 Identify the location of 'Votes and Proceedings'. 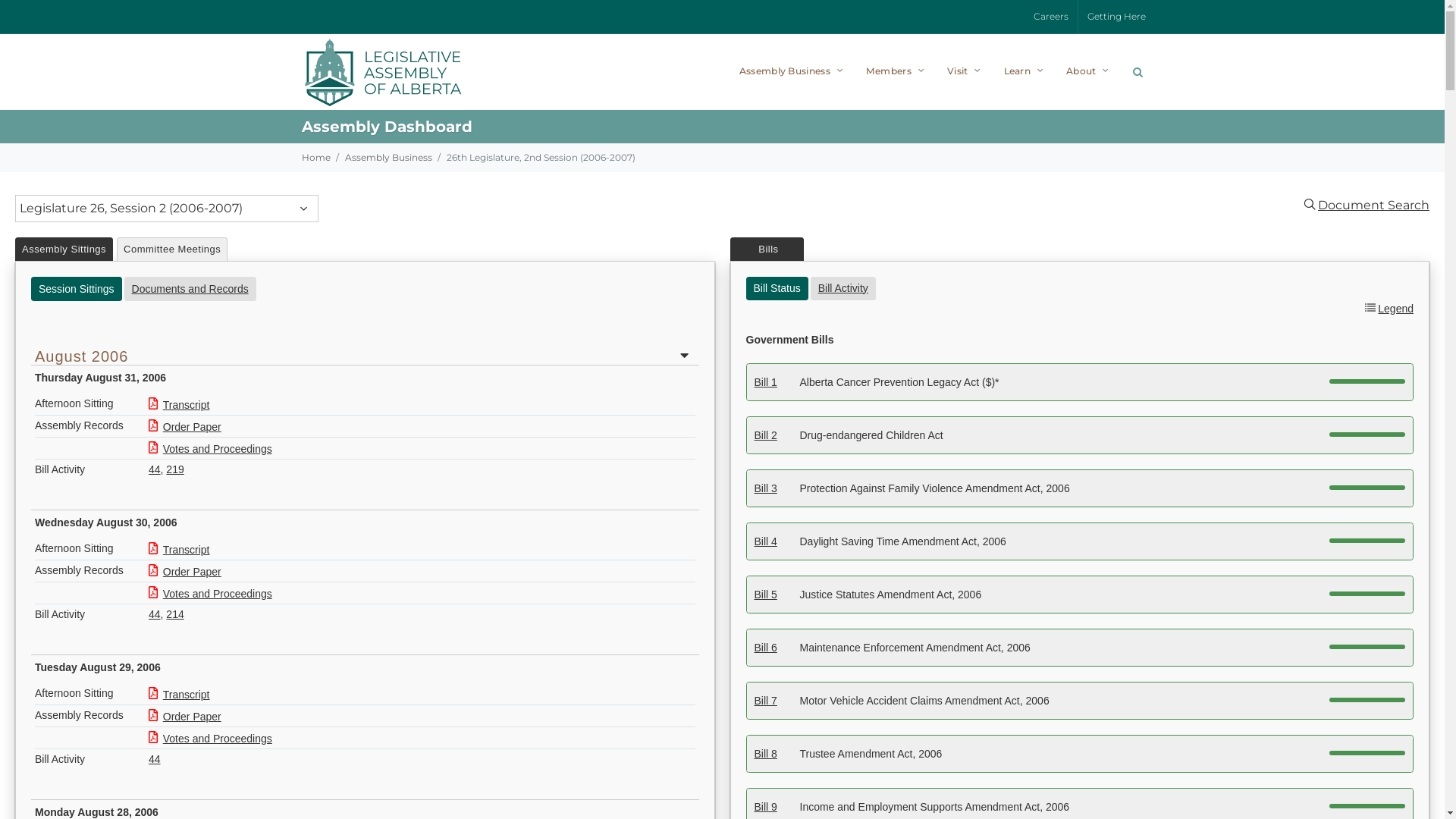
(209, 447).